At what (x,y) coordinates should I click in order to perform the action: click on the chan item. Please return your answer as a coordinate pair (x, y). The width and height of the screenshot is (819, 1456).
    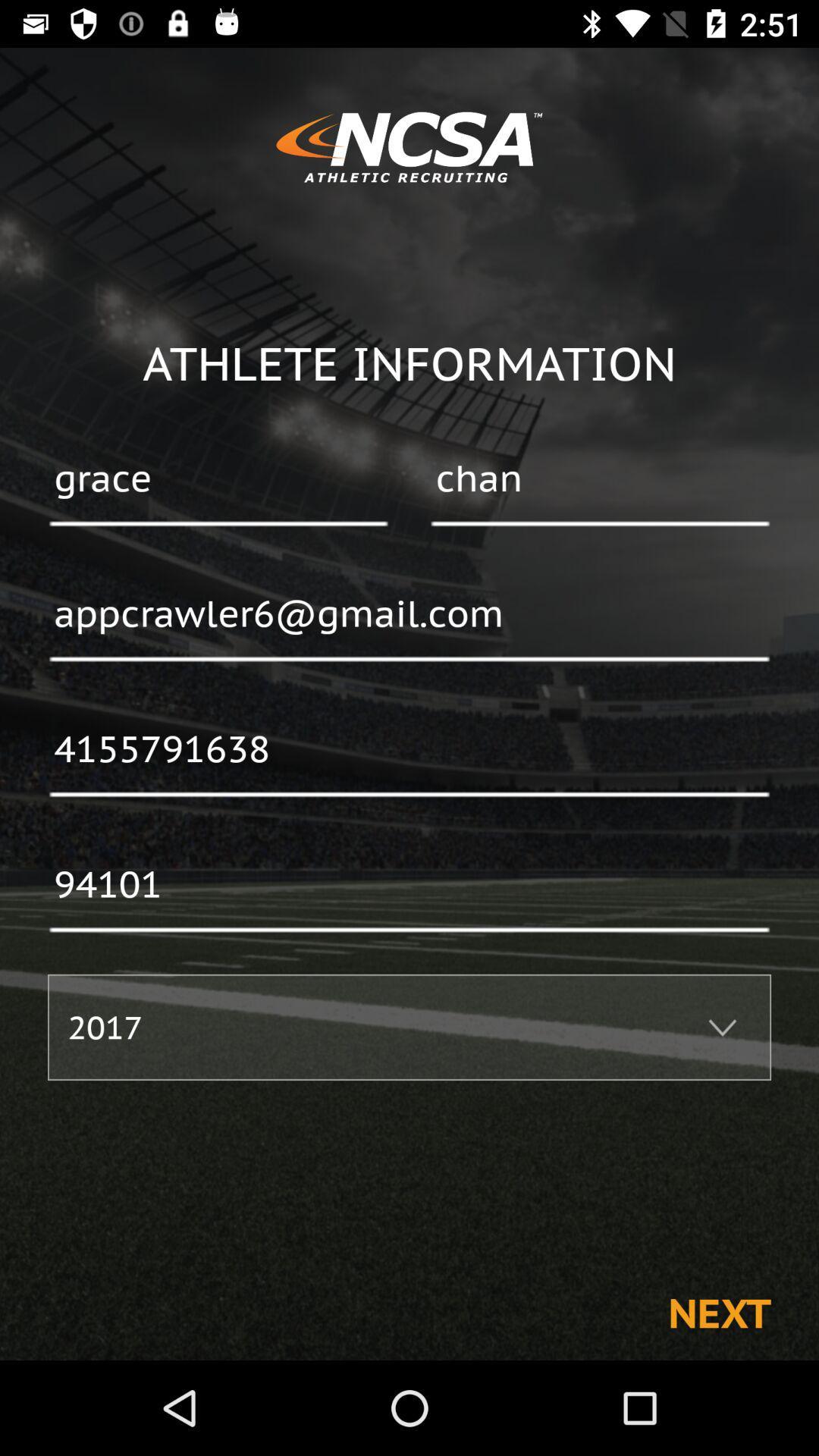
    Looking at the image, I should click on (599, 479).